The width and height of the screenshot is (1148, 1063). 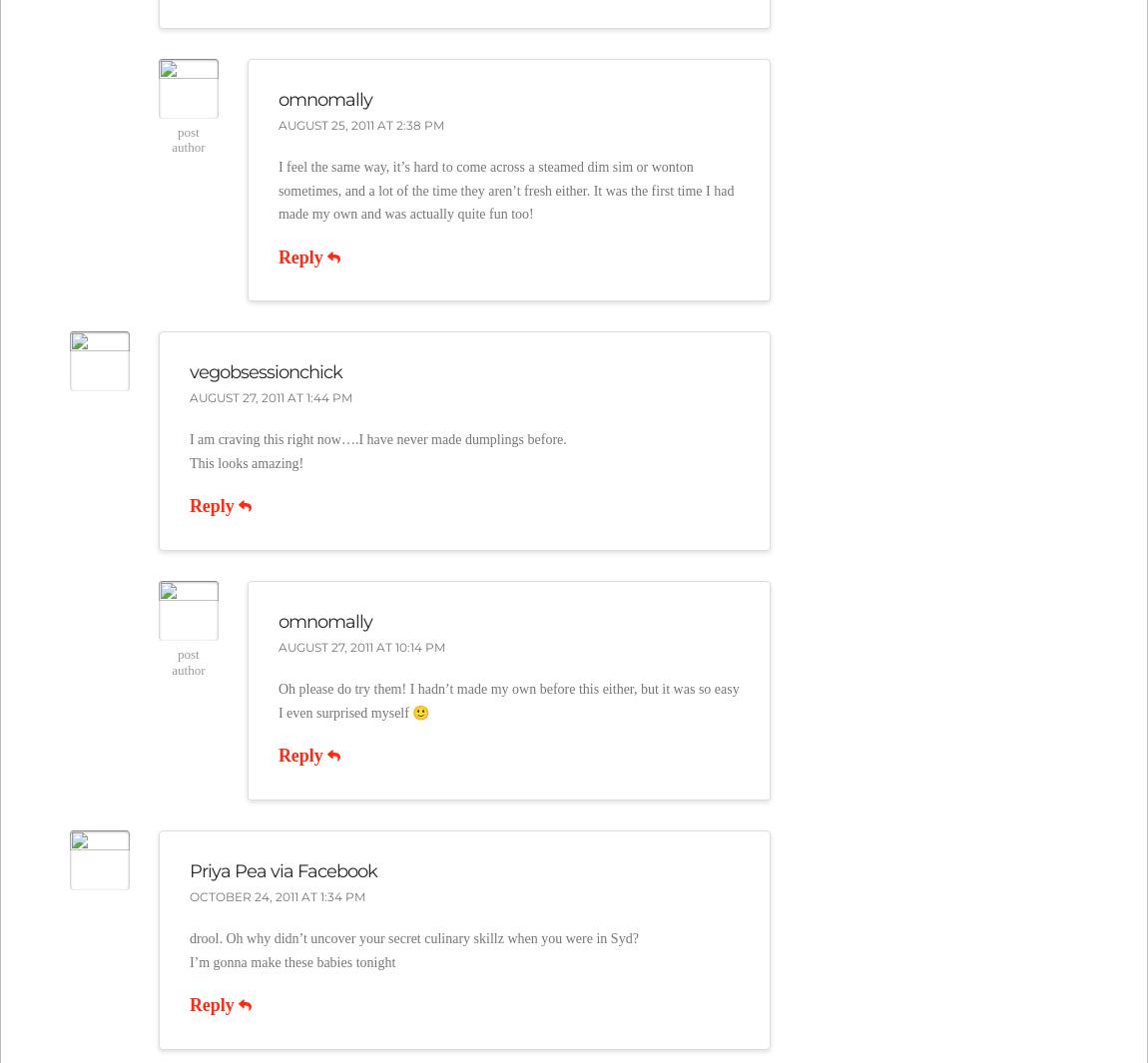 I want to click on 'Oh please do try them! I hadn’t made my own before this either, but it was so easy I even surprised myself 🙂', so click(x=507, y=701).